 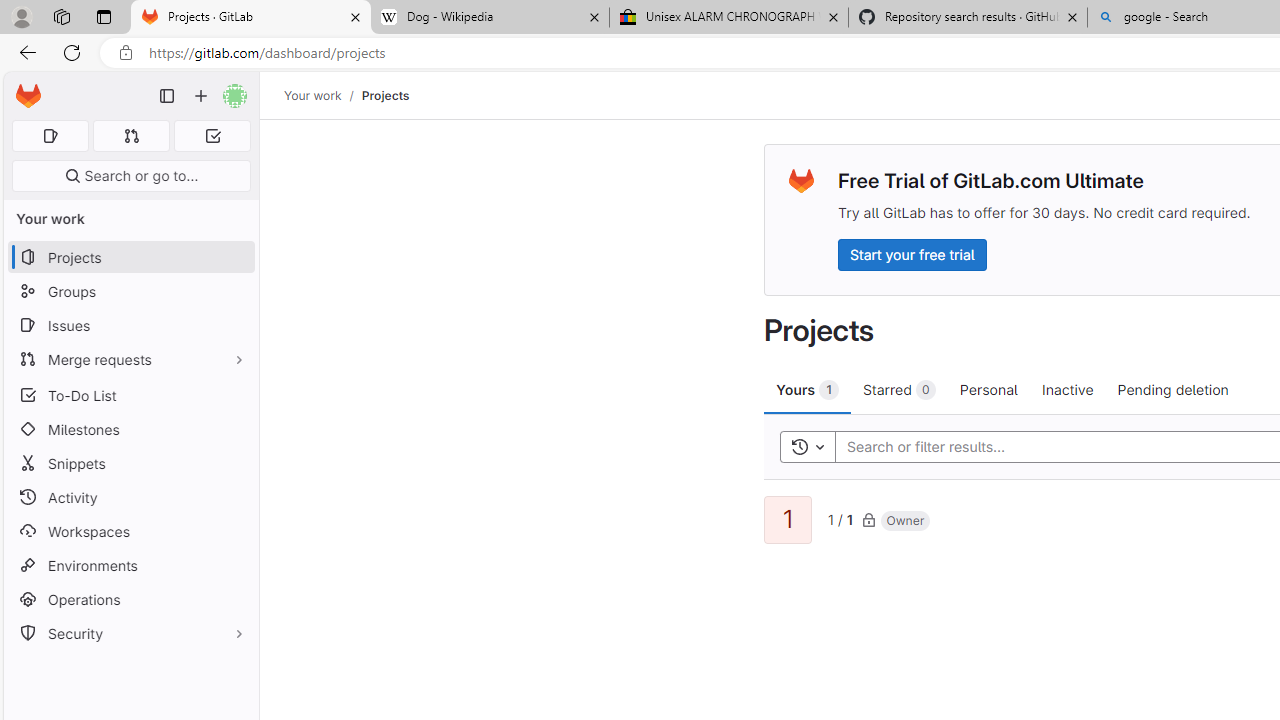 What do you see at coordinates (130, 135) in the screenshot?
I see `'Merge requests 0'` at bounding box center [130, 135].